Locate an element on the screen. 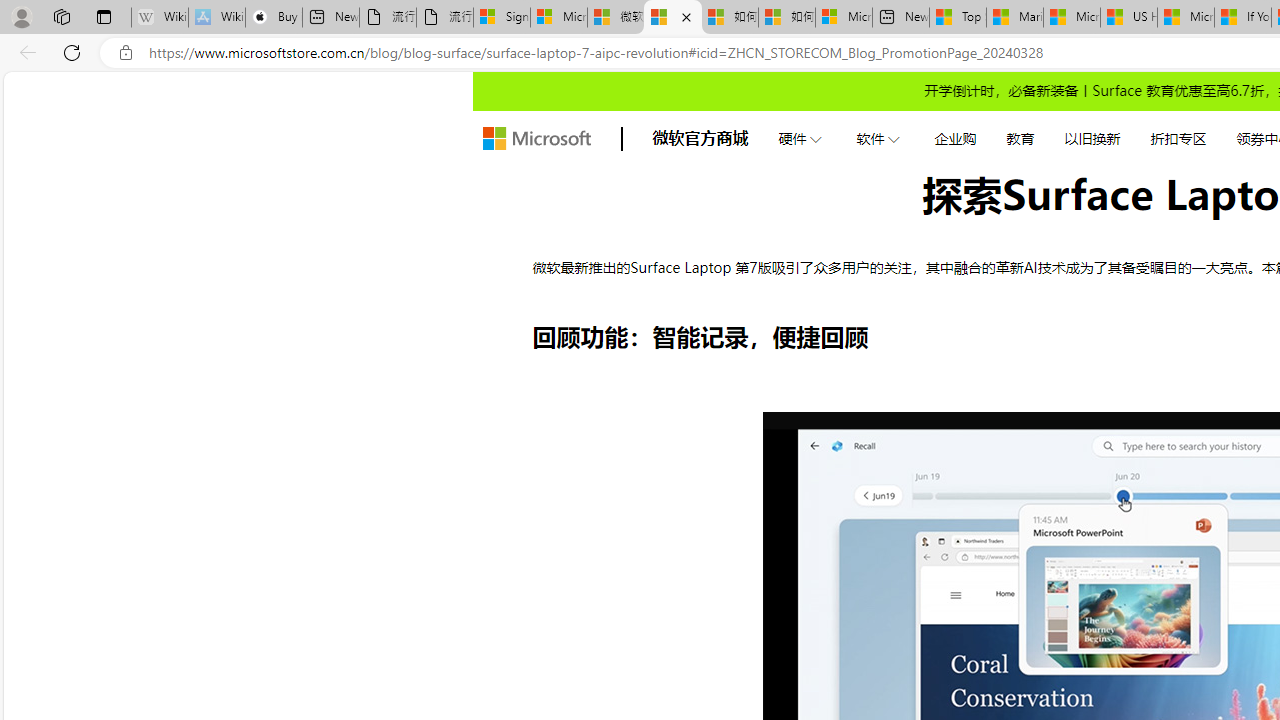 The image size is (1280, 720). 'Buy iPad - Apple' is located at coordinates (272, 17).